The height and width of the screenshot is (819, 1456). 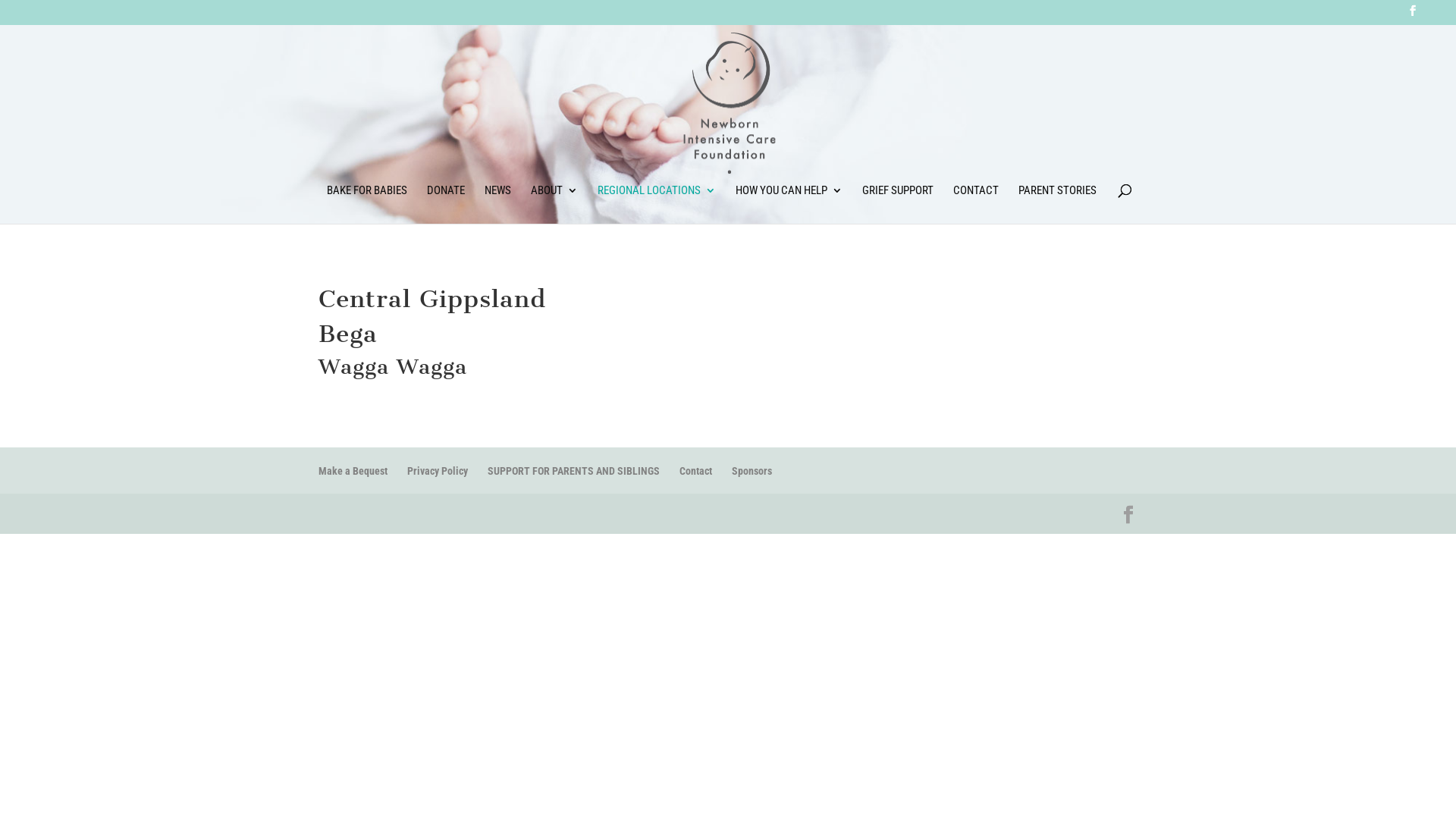 I want to click on 'Central Gippsland', so click(x=431, y=298).